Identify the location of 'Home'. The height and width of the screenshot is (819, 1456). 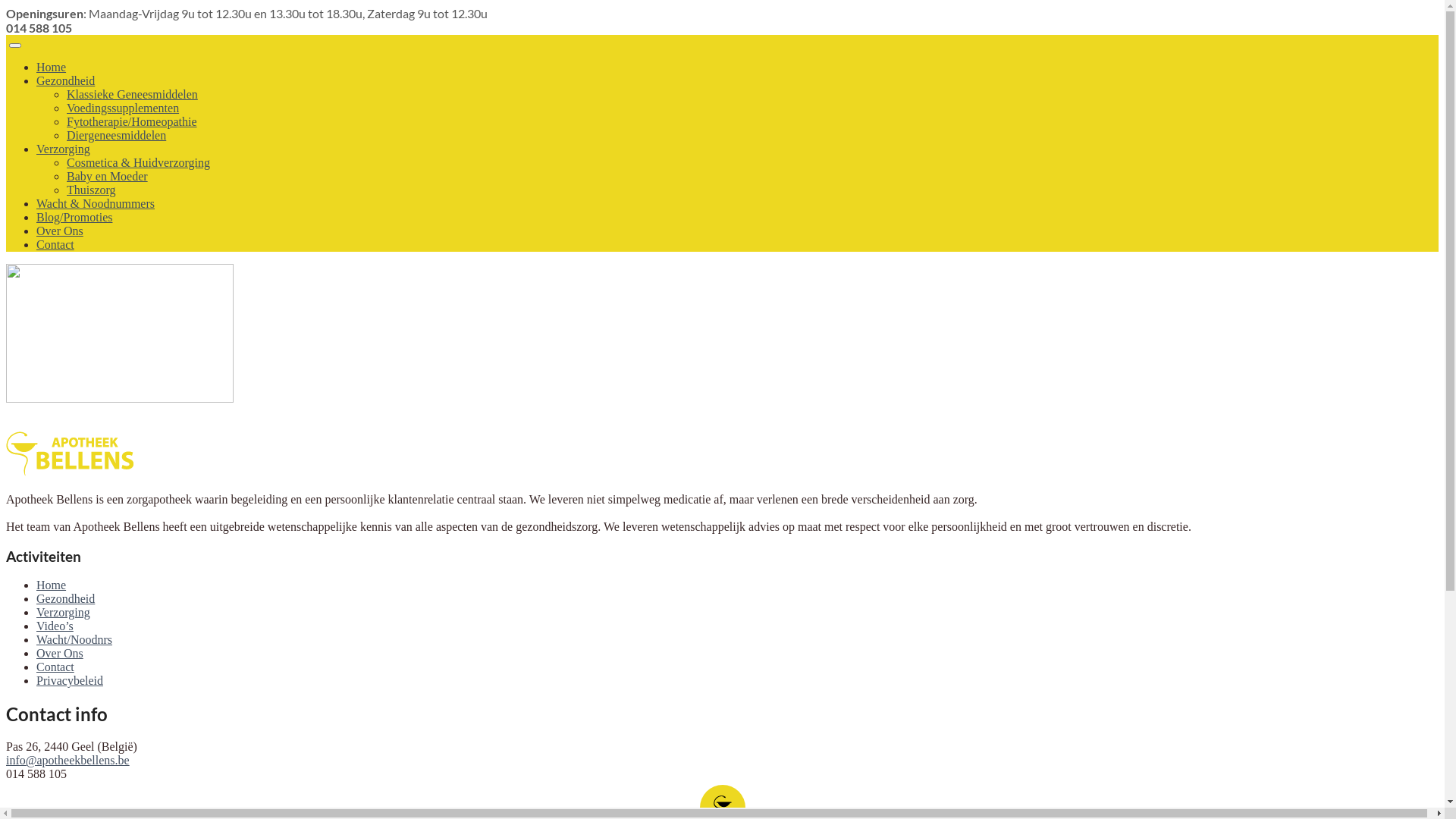
(51, 66).